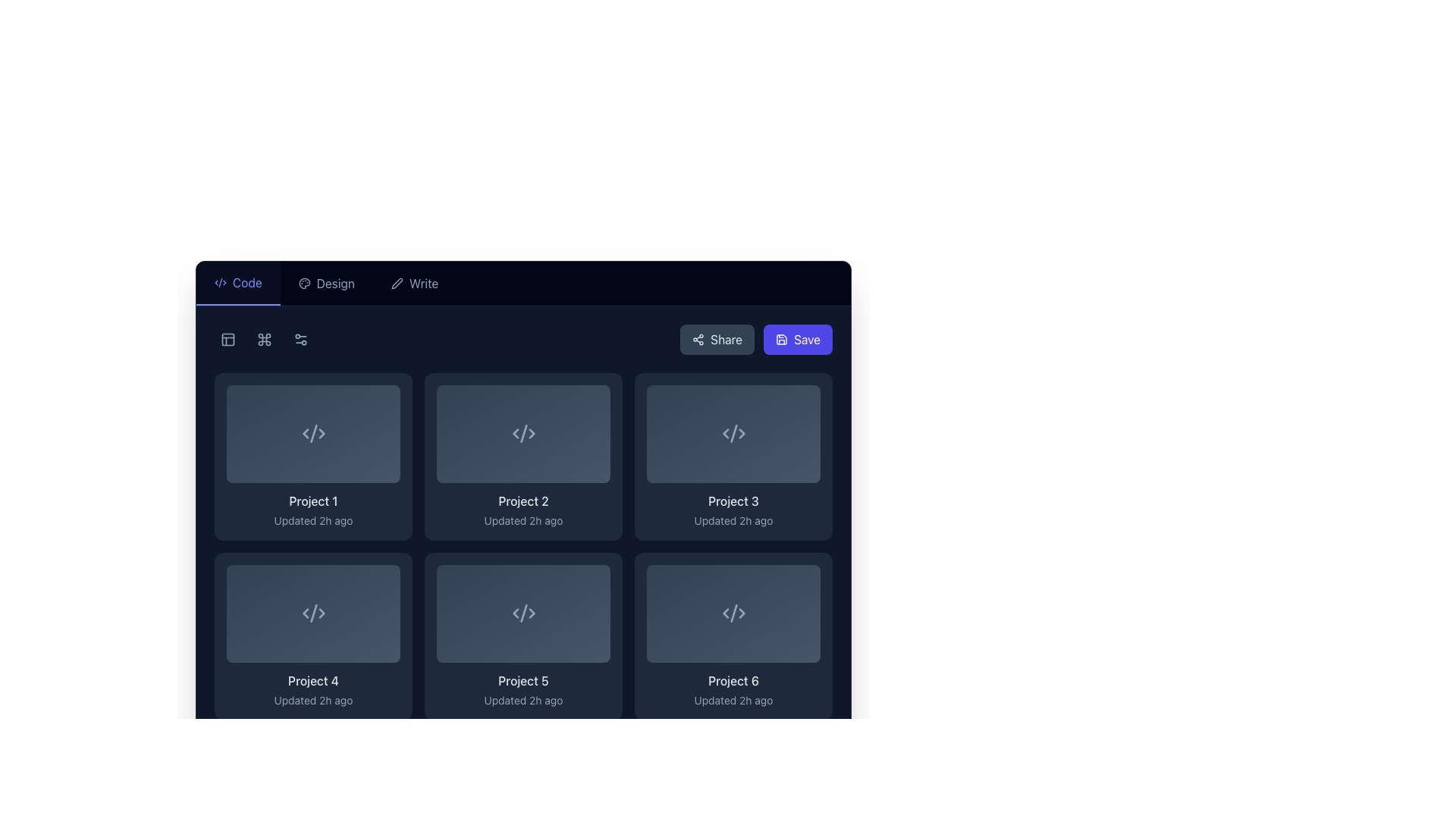 The height and width of the screenshot is (819, 1456). What do you see at coordinates (733, 519) in the screenshot?
I see `the last updated time text label located within the 'Project 3' card, which is directly below the 'Project 3' title and aligns centrally within the card` at bounding box center [733, 519].